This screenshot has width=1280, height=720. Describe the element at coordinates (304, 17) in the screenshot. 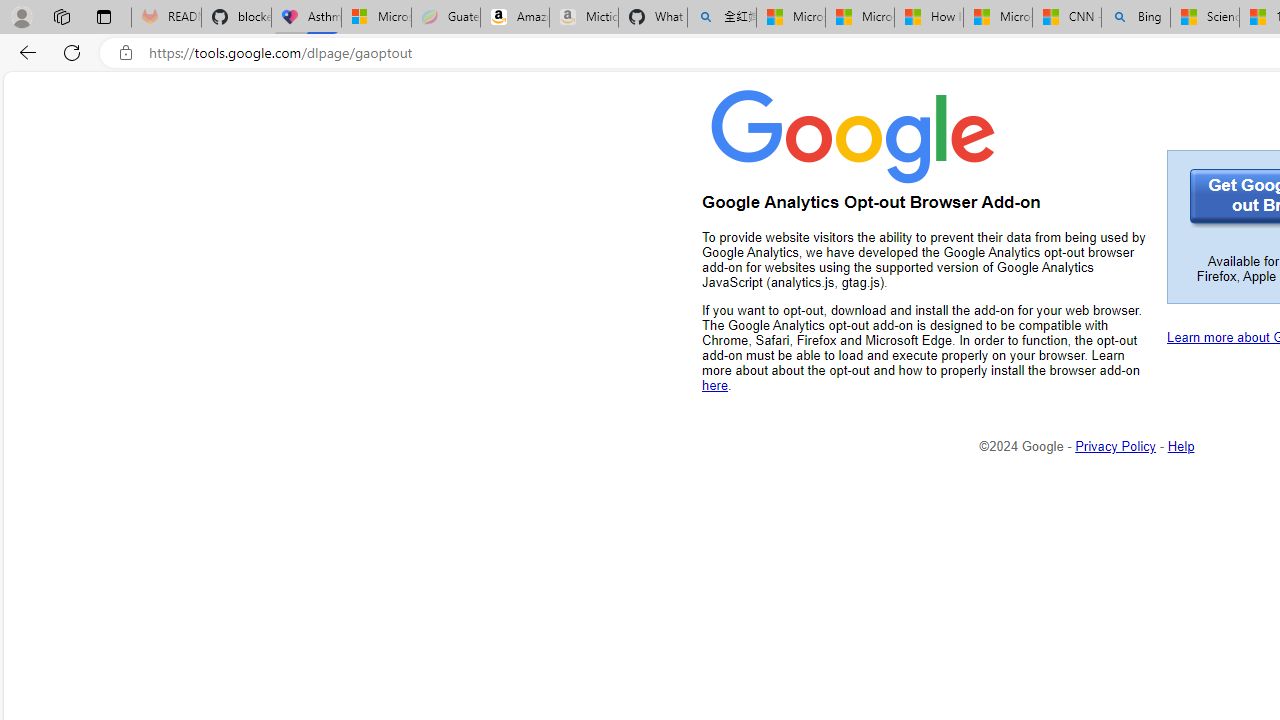

I see `'Asthma Inhalers: Names and Types'` at that location.